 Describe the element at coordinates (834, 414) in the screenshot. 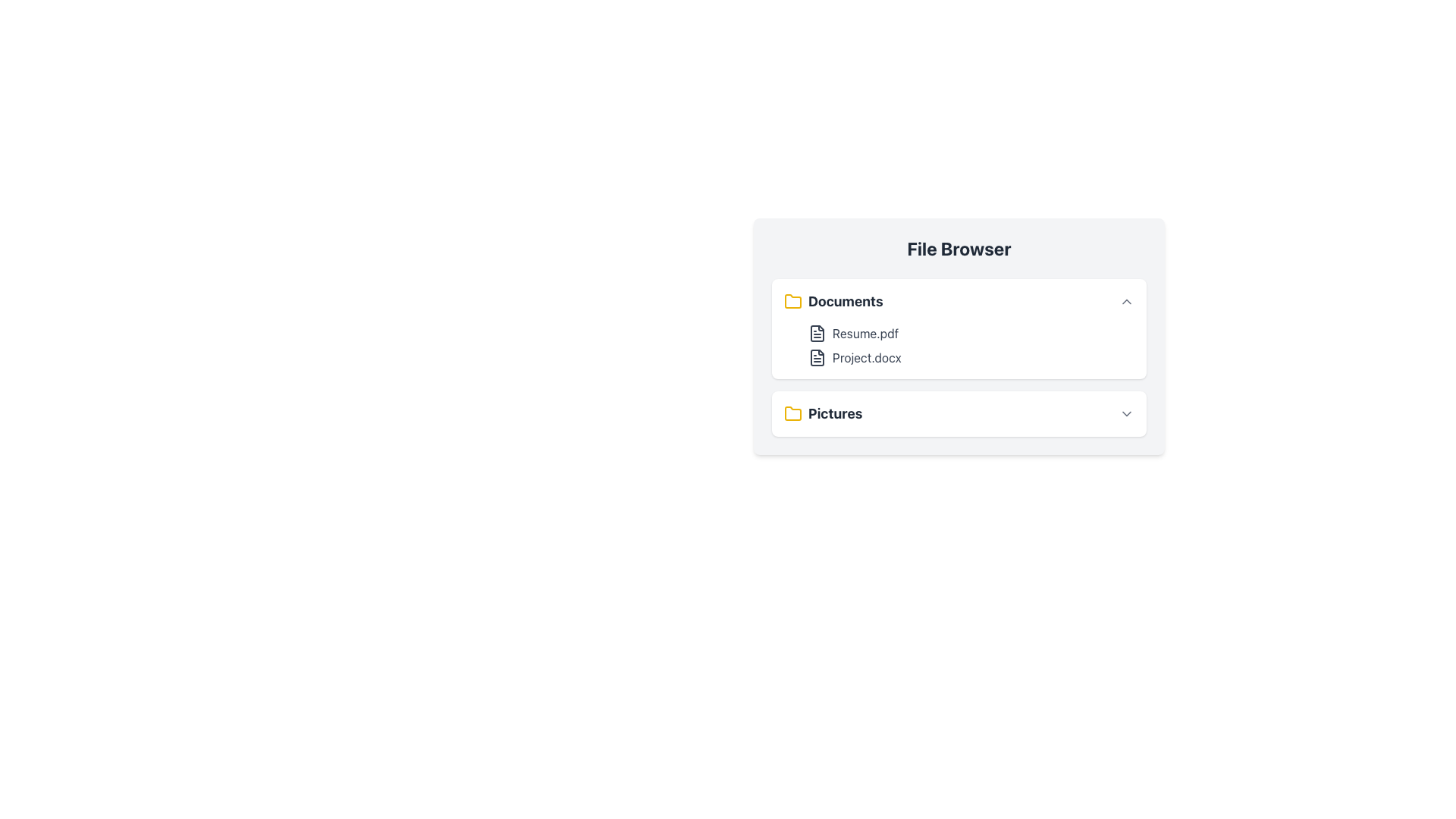

I see `the 'Pictures' text label in the file browser` at that location.